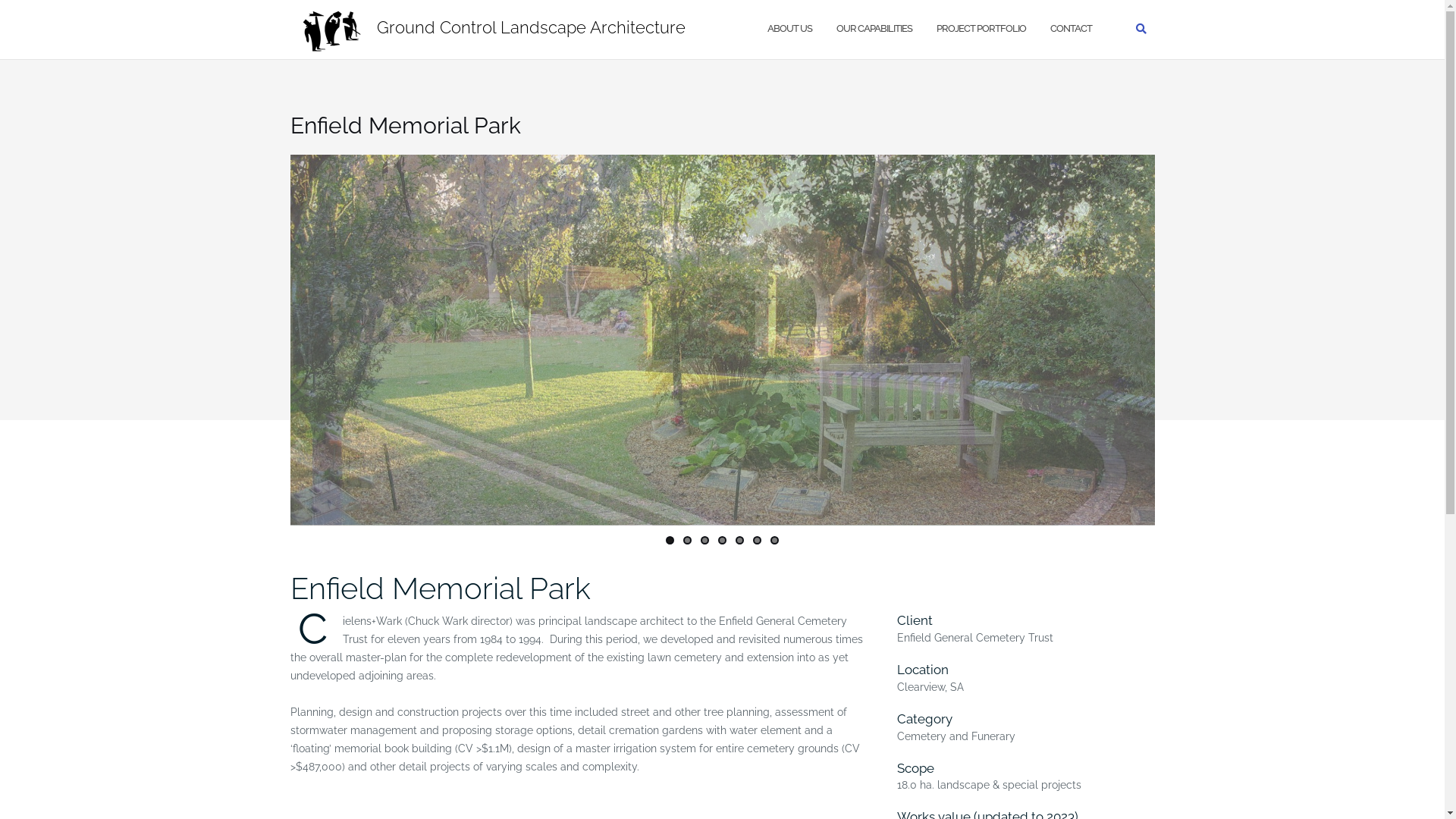  What do you see at coordinates (1069, 29) in the screenshot?
I see `'CONTACT'` at bounding box center [1069, 29].